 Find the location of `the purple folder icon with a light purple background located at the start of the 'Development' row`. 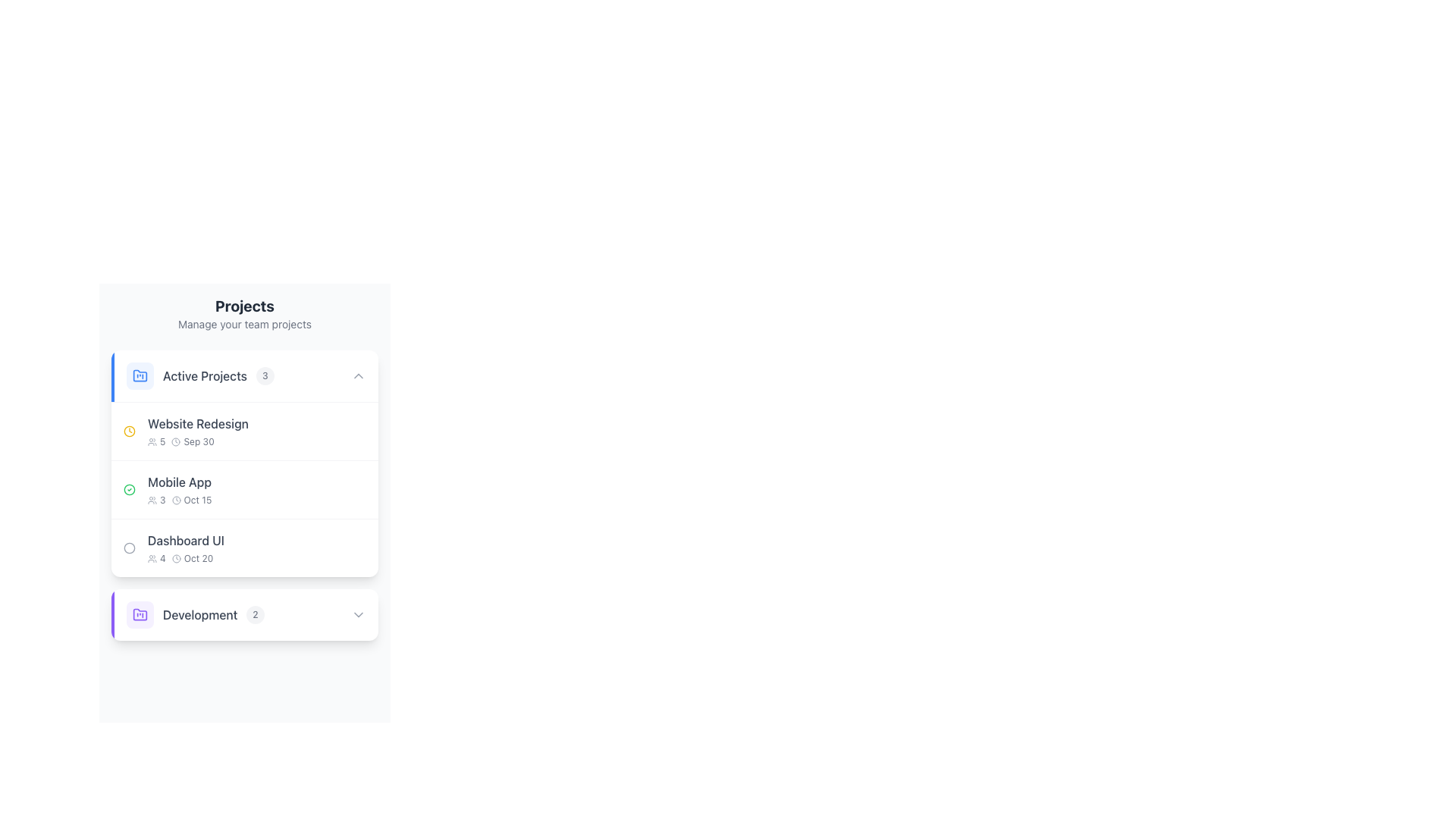

the purple folder icon with a light purple background located at the start of the 'Development' row is located at coordinates (140, 614).